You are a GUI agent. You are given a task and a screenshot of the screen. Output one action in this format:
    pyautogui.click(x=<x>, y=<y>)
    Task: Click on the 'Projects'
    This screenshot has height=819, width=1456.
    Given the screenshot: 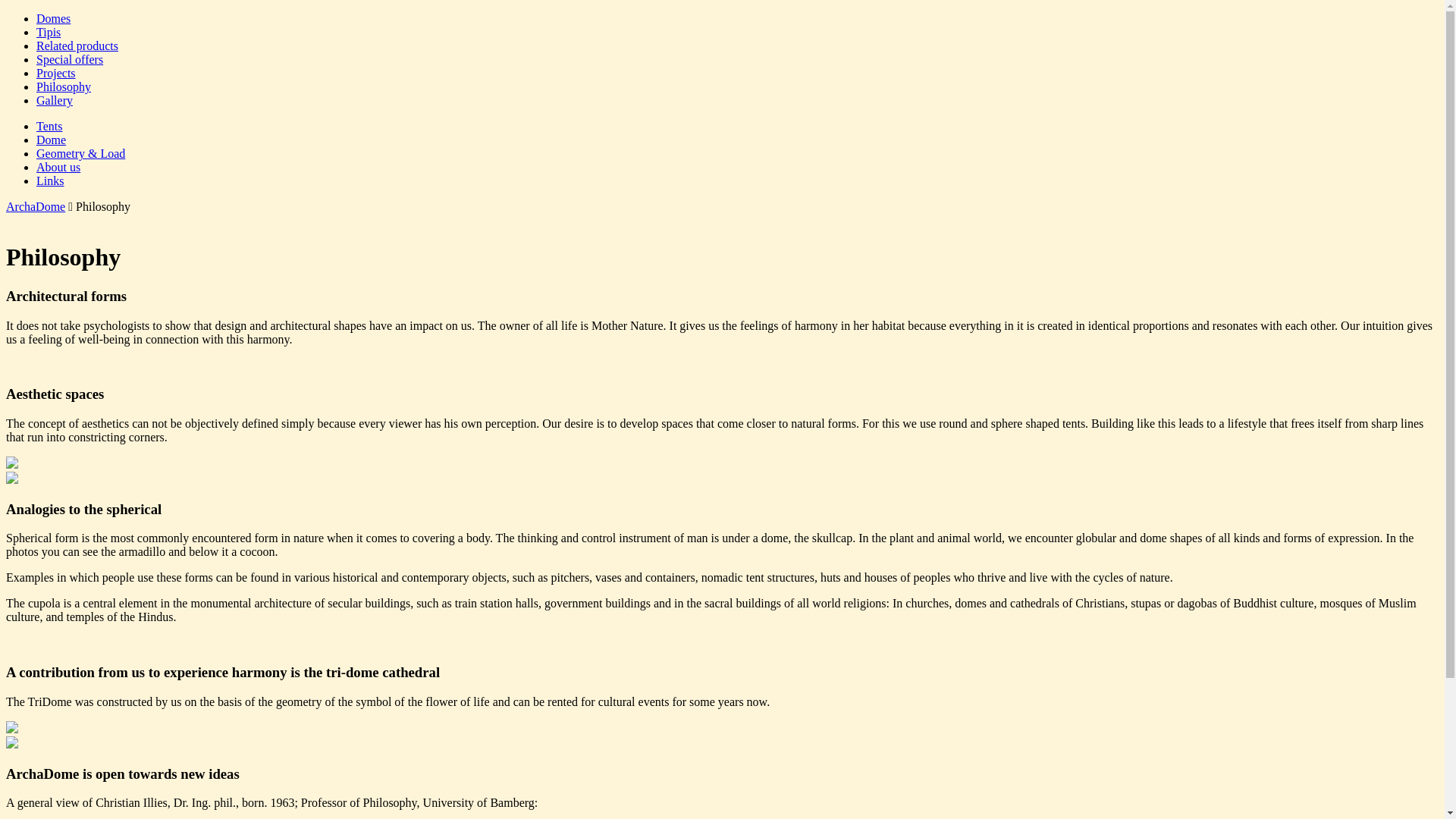 What is the action you would take?
    pyautogui.click(x=55, y=73)
    